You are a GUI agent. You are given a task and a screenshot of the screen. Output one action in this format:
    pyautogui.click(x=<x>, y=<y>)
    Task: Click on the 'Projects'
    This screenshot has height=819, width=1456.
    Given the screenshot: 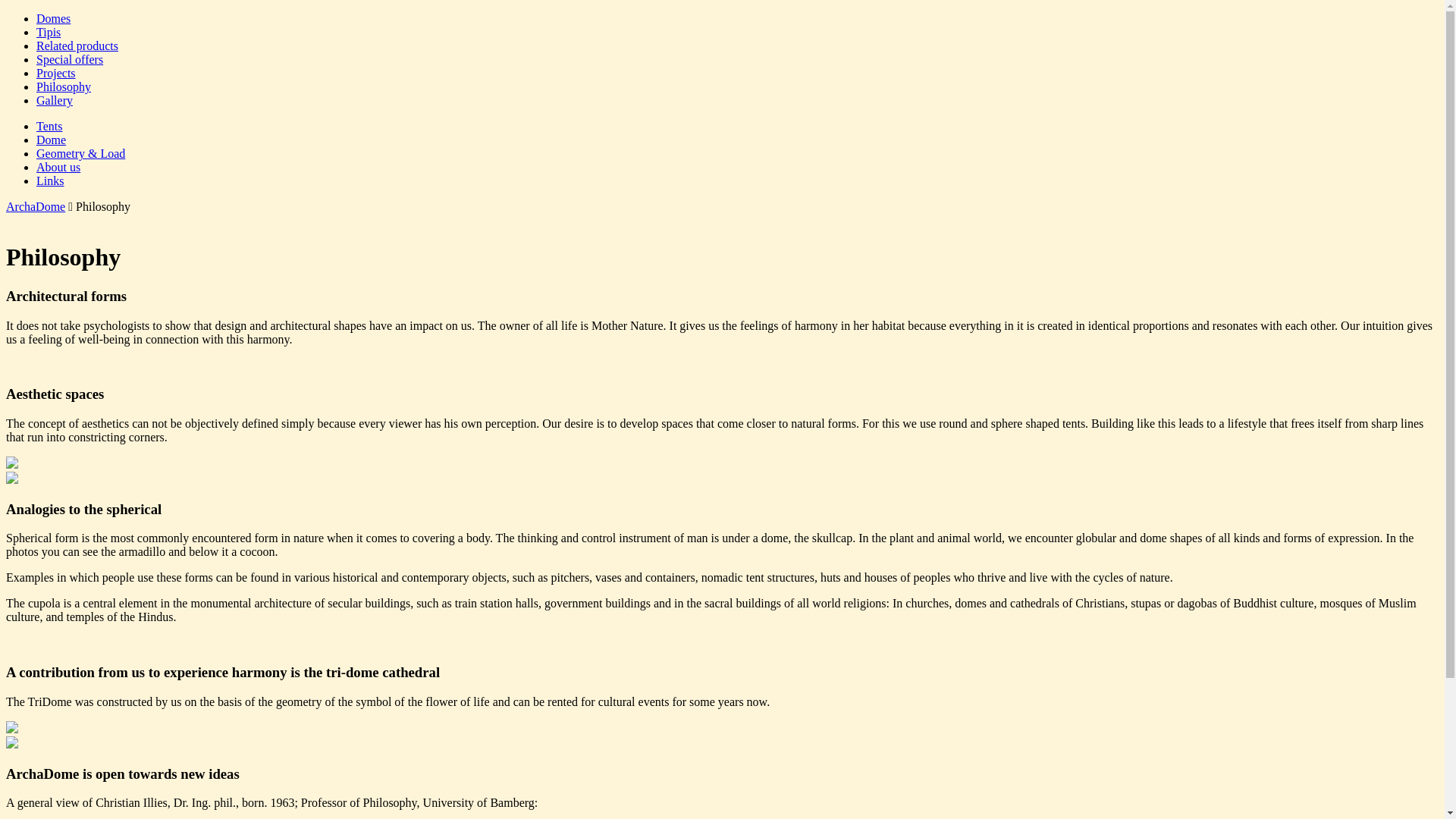 What is the action you would take?
    pyautogui.click(x=55, y=73)
    